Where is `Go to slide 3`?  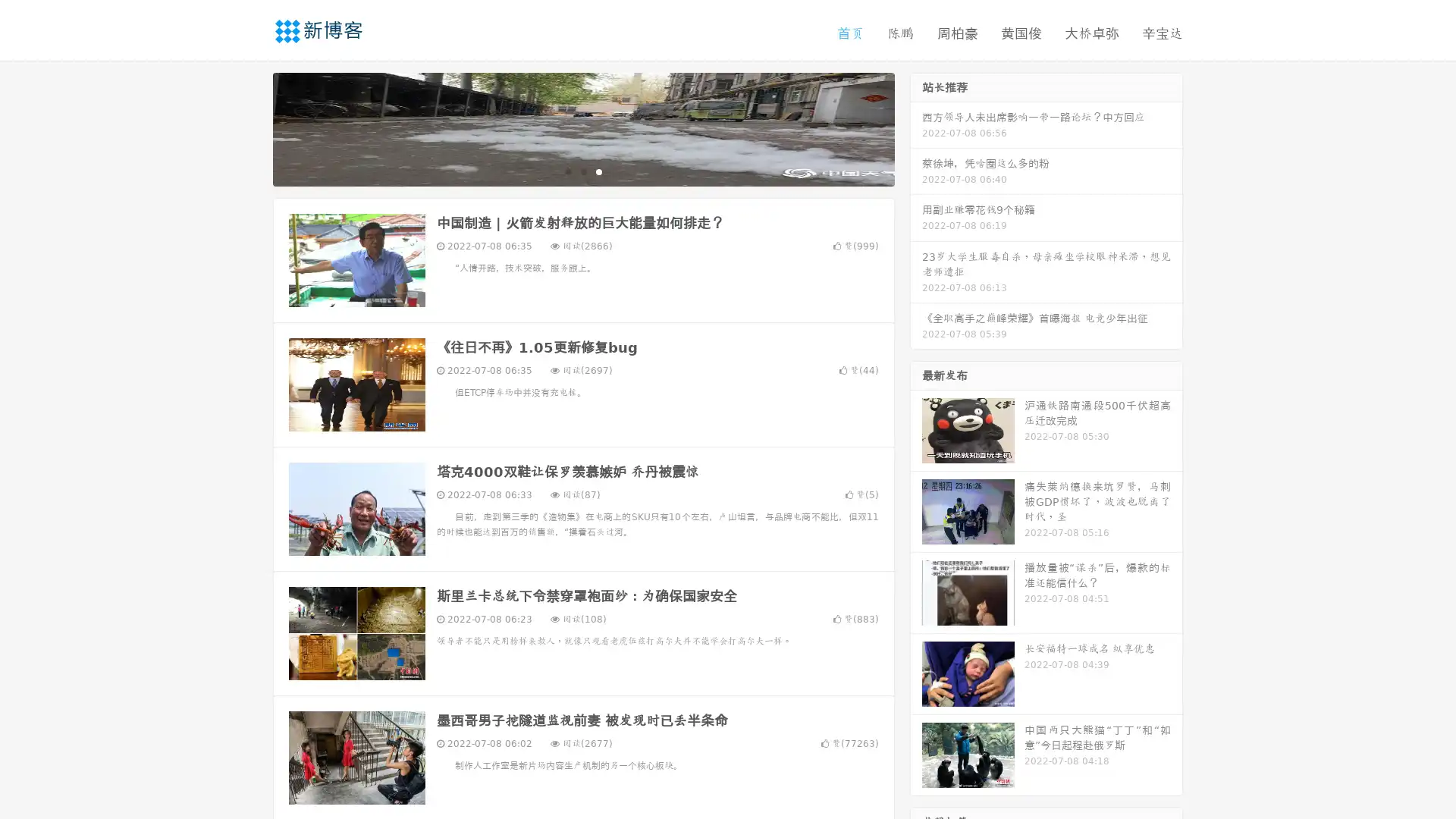
Go to slide 3 is located at coordinates (598, 171).